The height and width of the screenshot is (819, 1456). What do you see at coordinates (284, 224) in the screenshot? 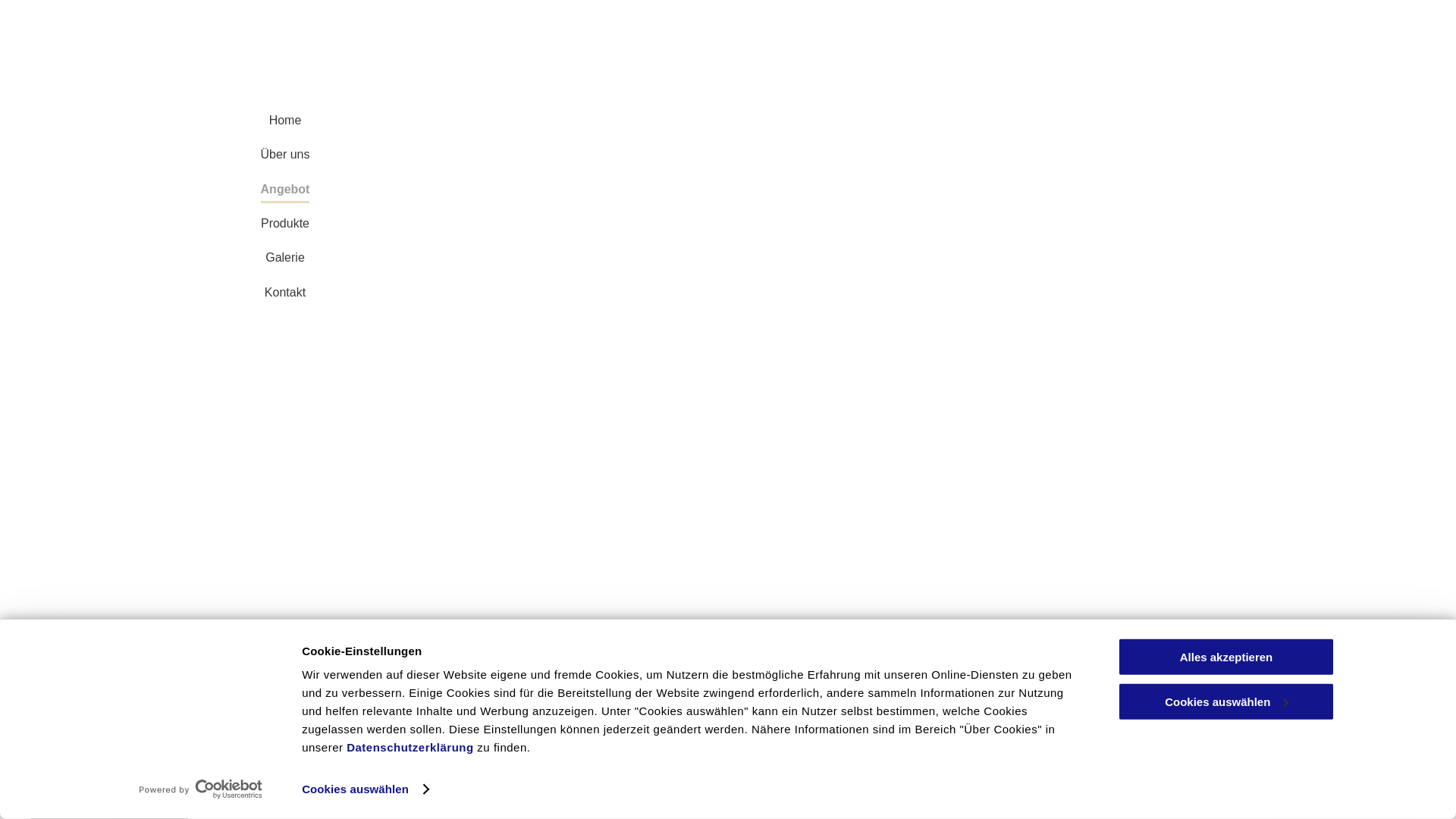
I see `'Produkte'` at bounding box center [284, 224].